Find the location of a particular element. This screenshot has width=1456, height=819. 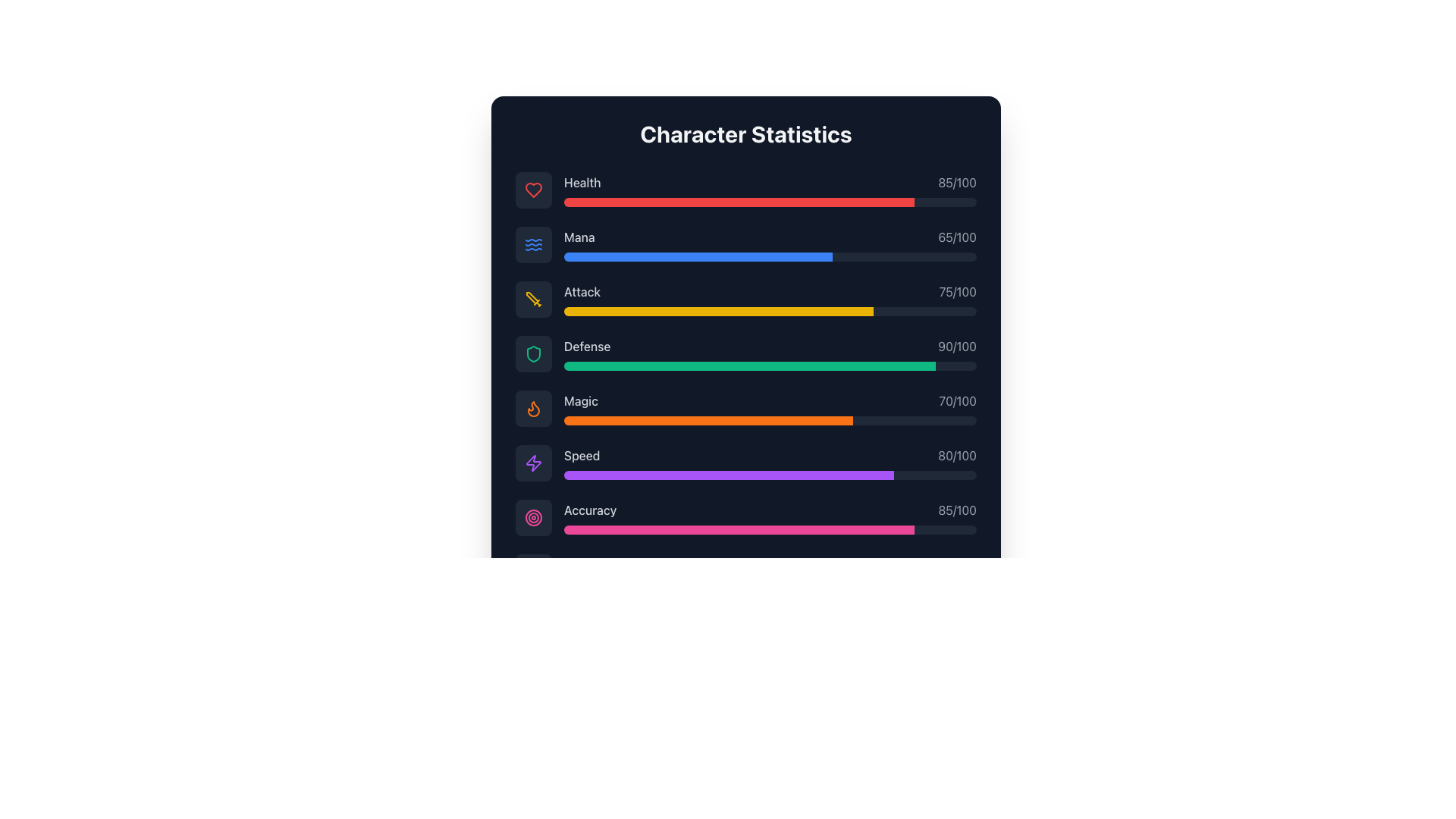

the 'Defense' icon in the character statistics panel, which is the fourth icon in a vertical list on the left side, beside the 'Defense' label and its green progress bar is located at coordinates (534, 353).